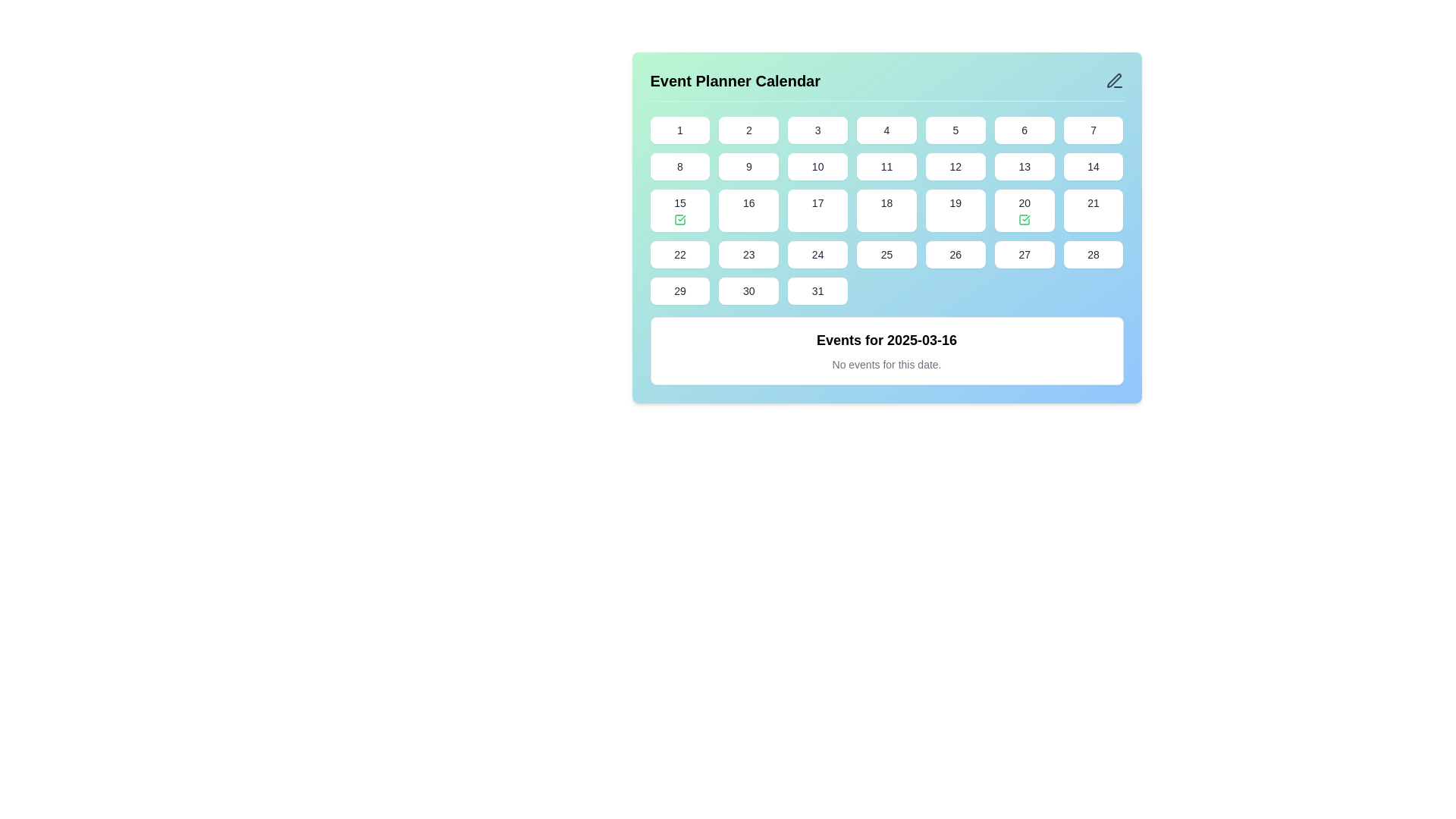  I want to click on the button representing the date '12' in the calendar interface, so click(954, 166).